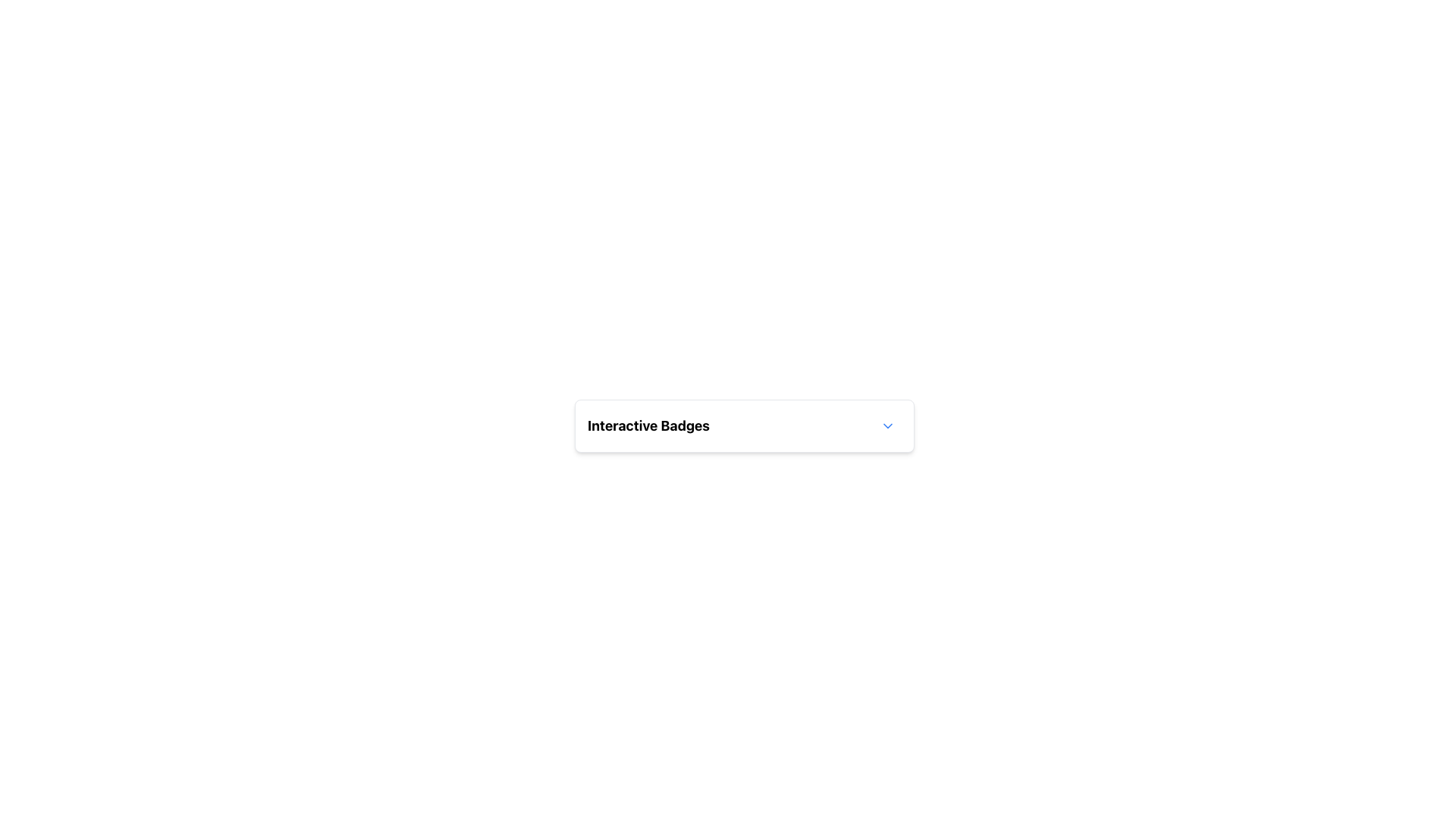  Describe the element at coordinates (888, 426) in the screenshot. I see `the chevron-down icon styled as an outline with a blue stroke, located at the right end of the 'Interactive Badges' button` at that location.